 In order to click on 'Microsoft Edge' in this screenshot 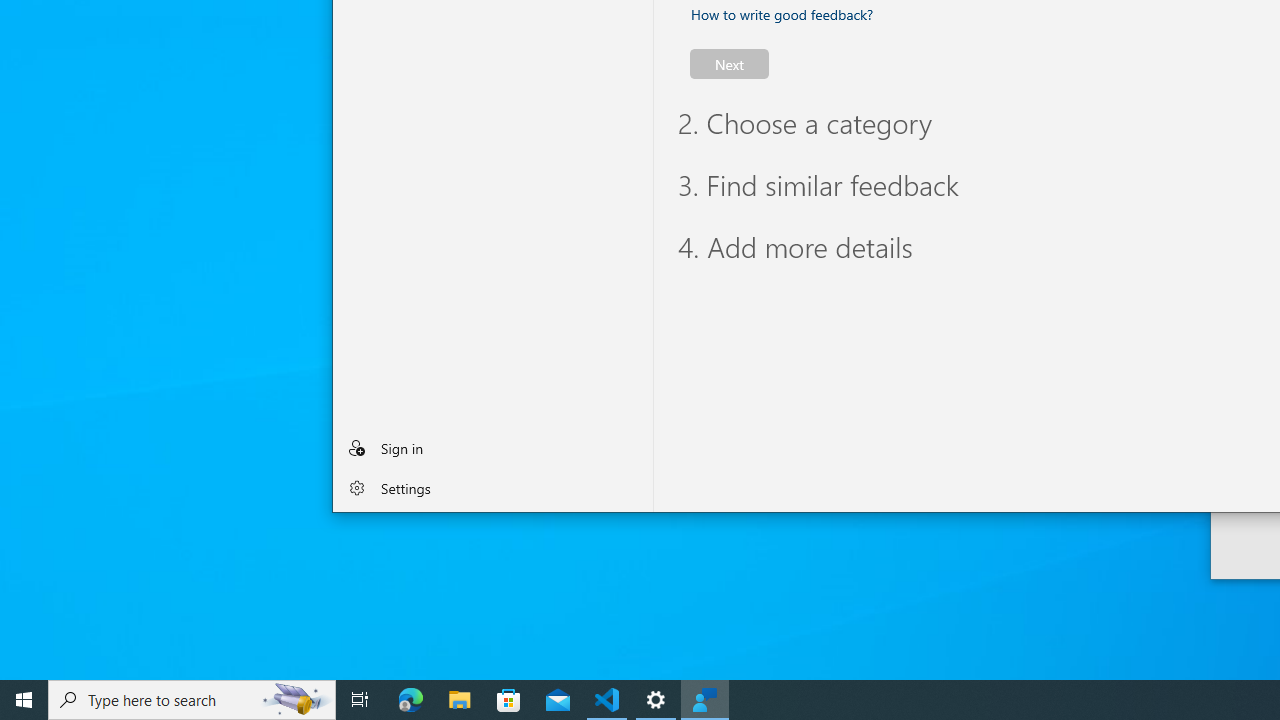, I will do `click(410, 698)`.